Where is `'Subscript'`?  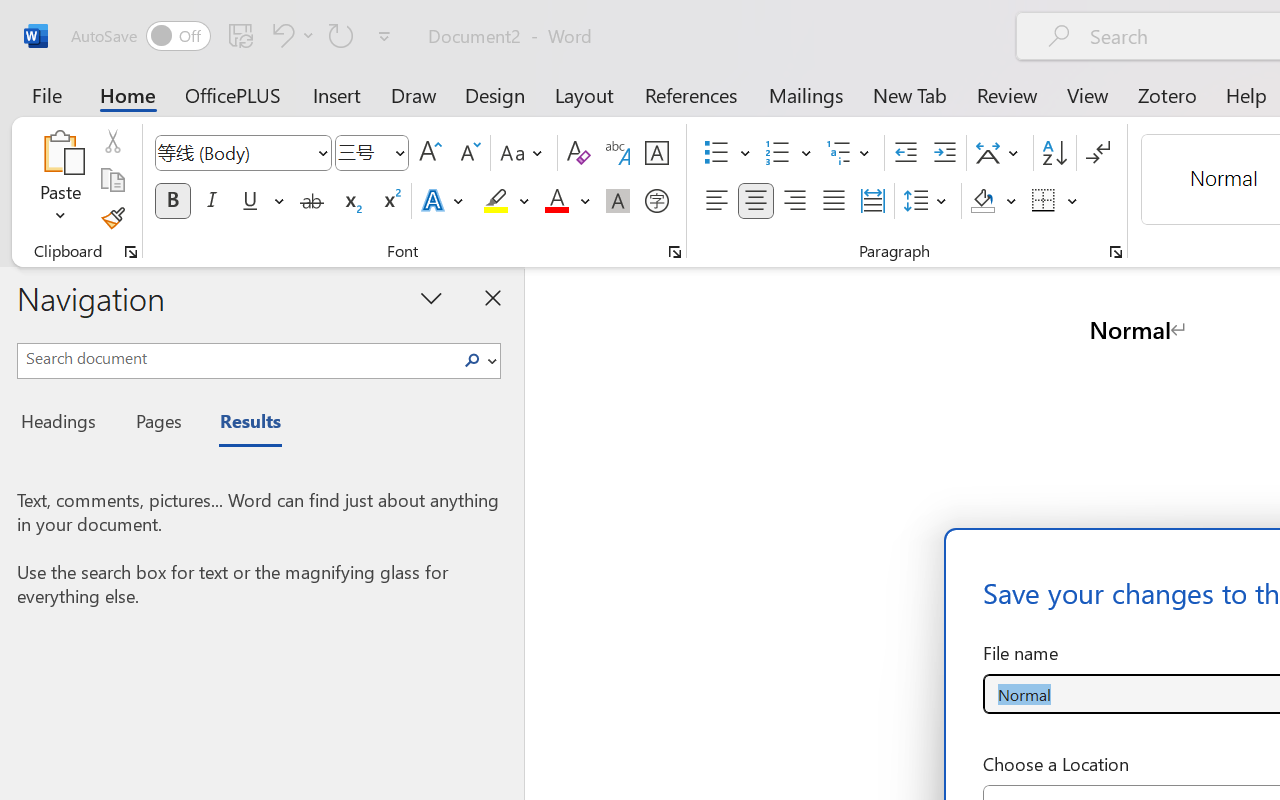
'Subscript' is located at coordinates (350, 201).